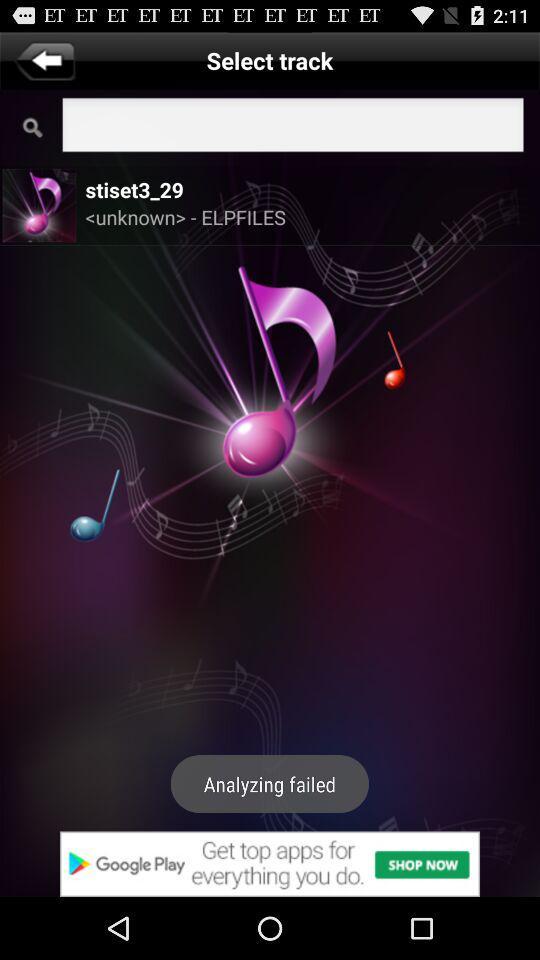 This screenshot has height=960, width=540. I want to click on go back, so click(44, 59).